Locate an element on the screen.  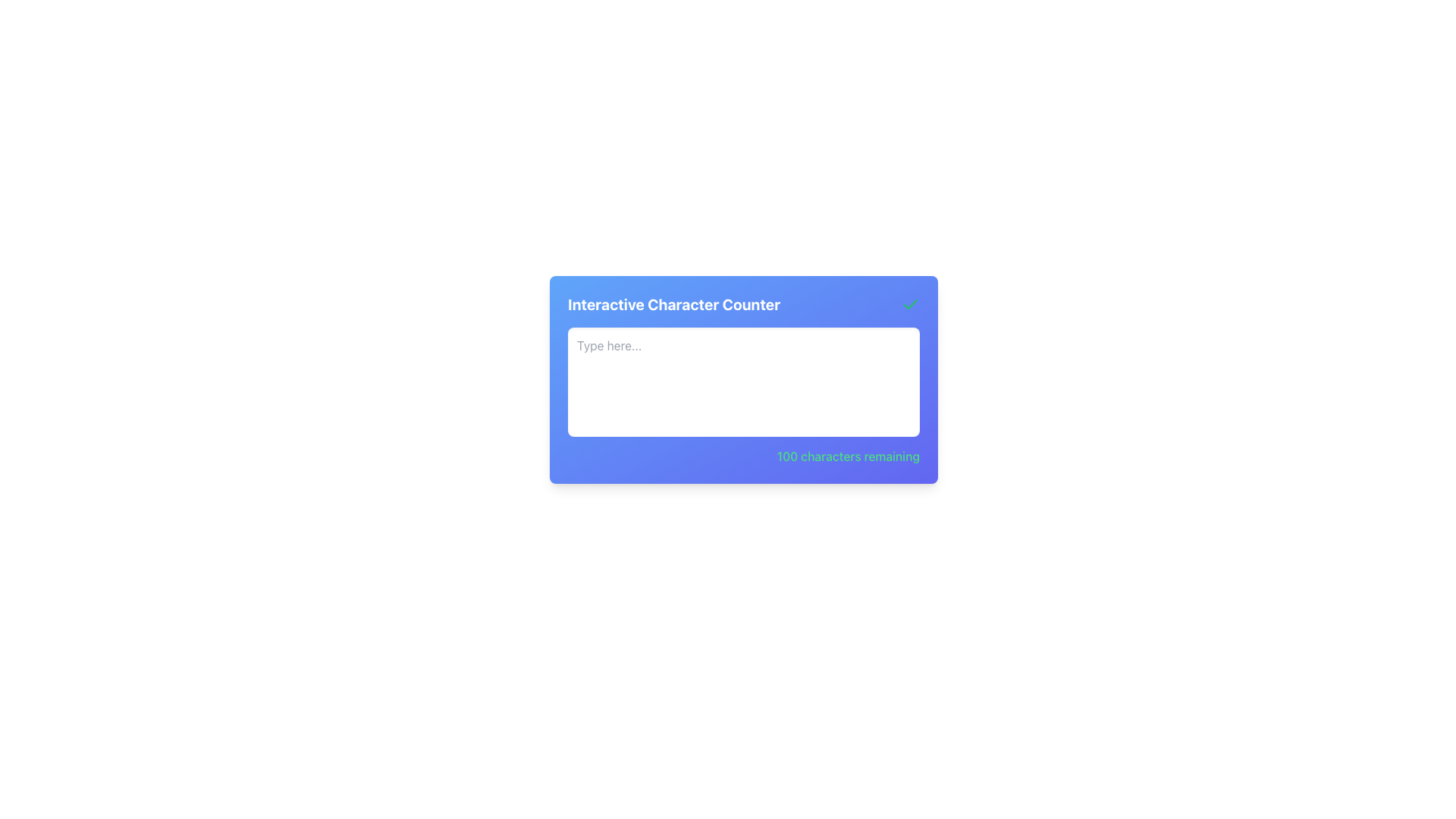
the checkmark symbol with a thin green stroke located in the top-right corner of the 'Interactive Character Counter' purple card interface is located at coordinates (910, 304).